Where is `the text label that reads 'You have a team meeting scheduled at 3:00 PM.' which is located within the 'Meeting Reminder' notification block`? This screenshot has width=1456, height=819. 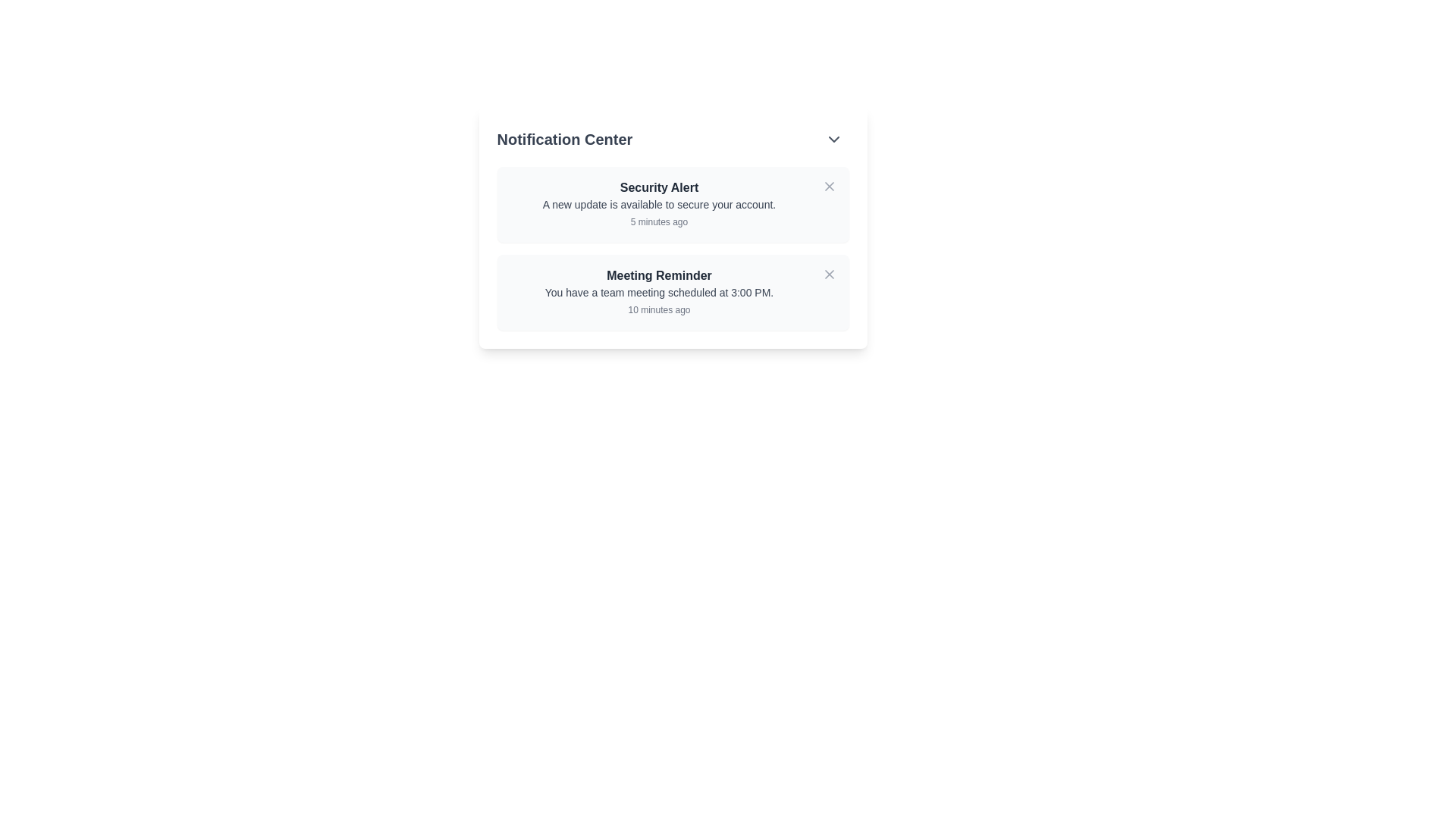 the text label that reads 'You have a team meeting scheduled at 3:00 PM.' which is located within the 'Meeting Reminder' notification block is located at coordinates (659, 292).